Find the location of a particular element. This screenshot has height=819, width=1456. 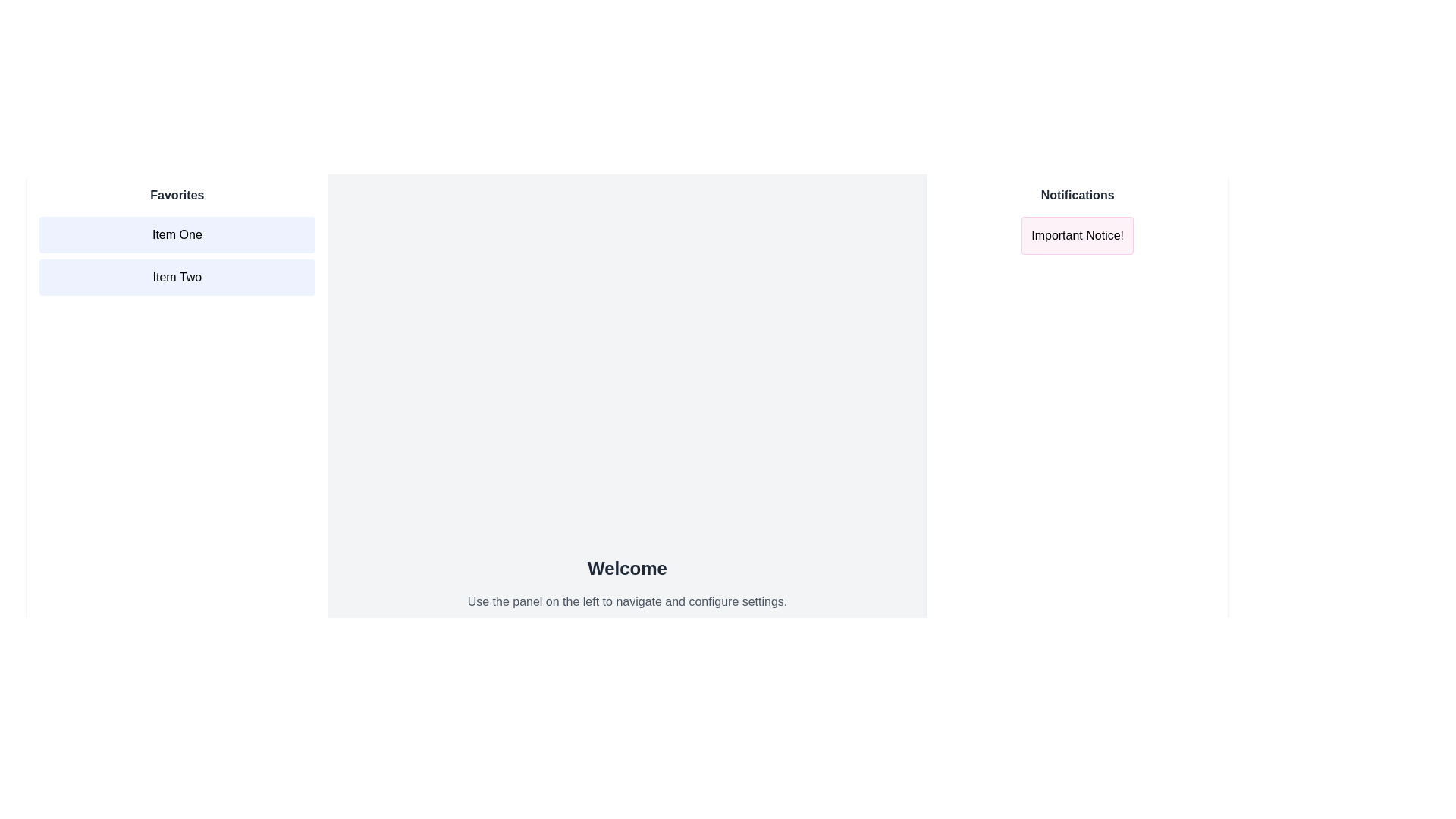

the Notification Box with a pink background and bold black text reading 'Important Notice!', located below the 'Notifications' text in the right sidebar is located at coordinates (1077, 236).